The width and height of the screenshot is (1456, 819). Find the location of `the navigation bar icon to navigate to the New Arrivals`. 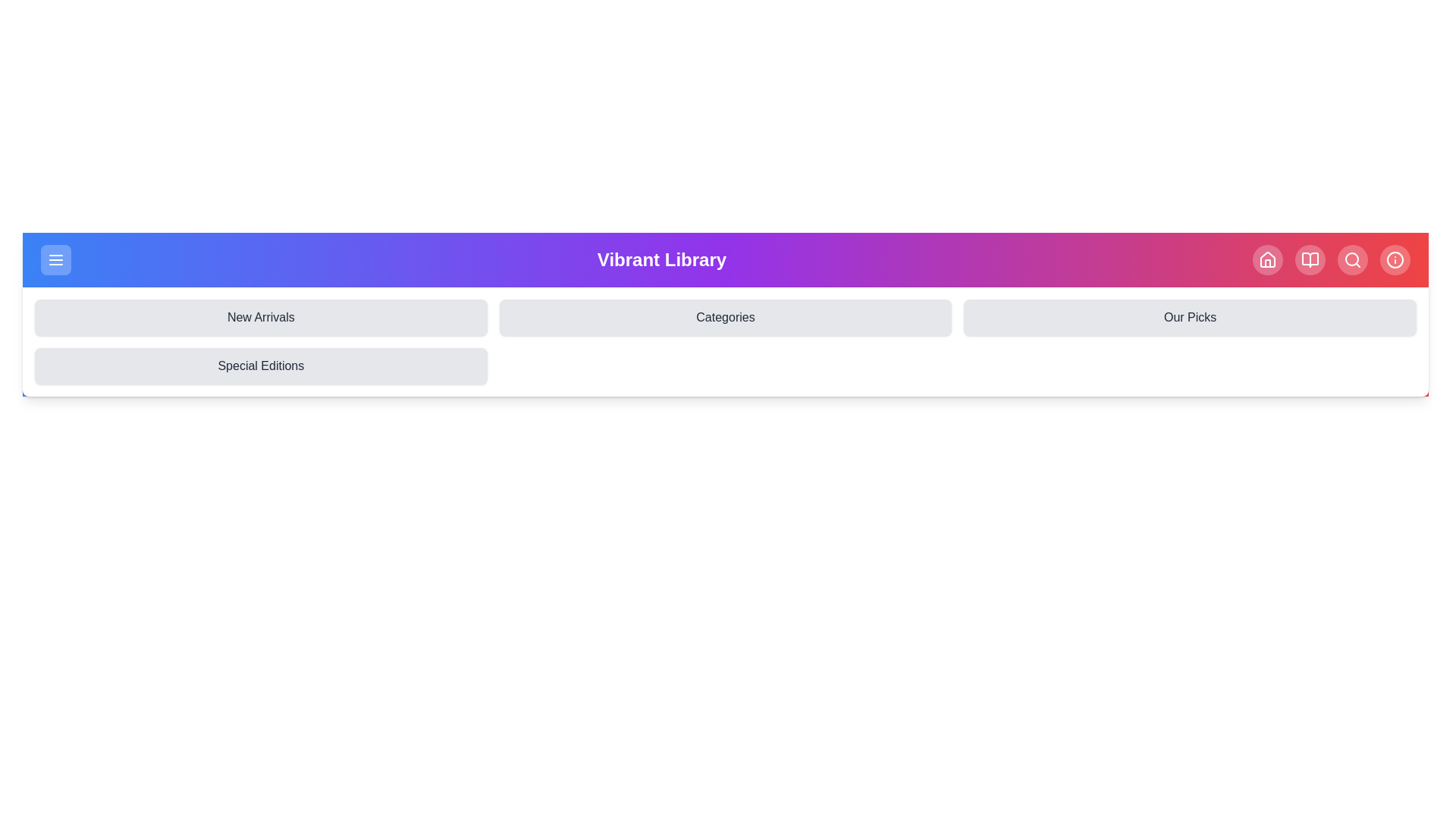

the navigation bar icon to navigate to the New Arrivals is located at coordinates (261, 317).